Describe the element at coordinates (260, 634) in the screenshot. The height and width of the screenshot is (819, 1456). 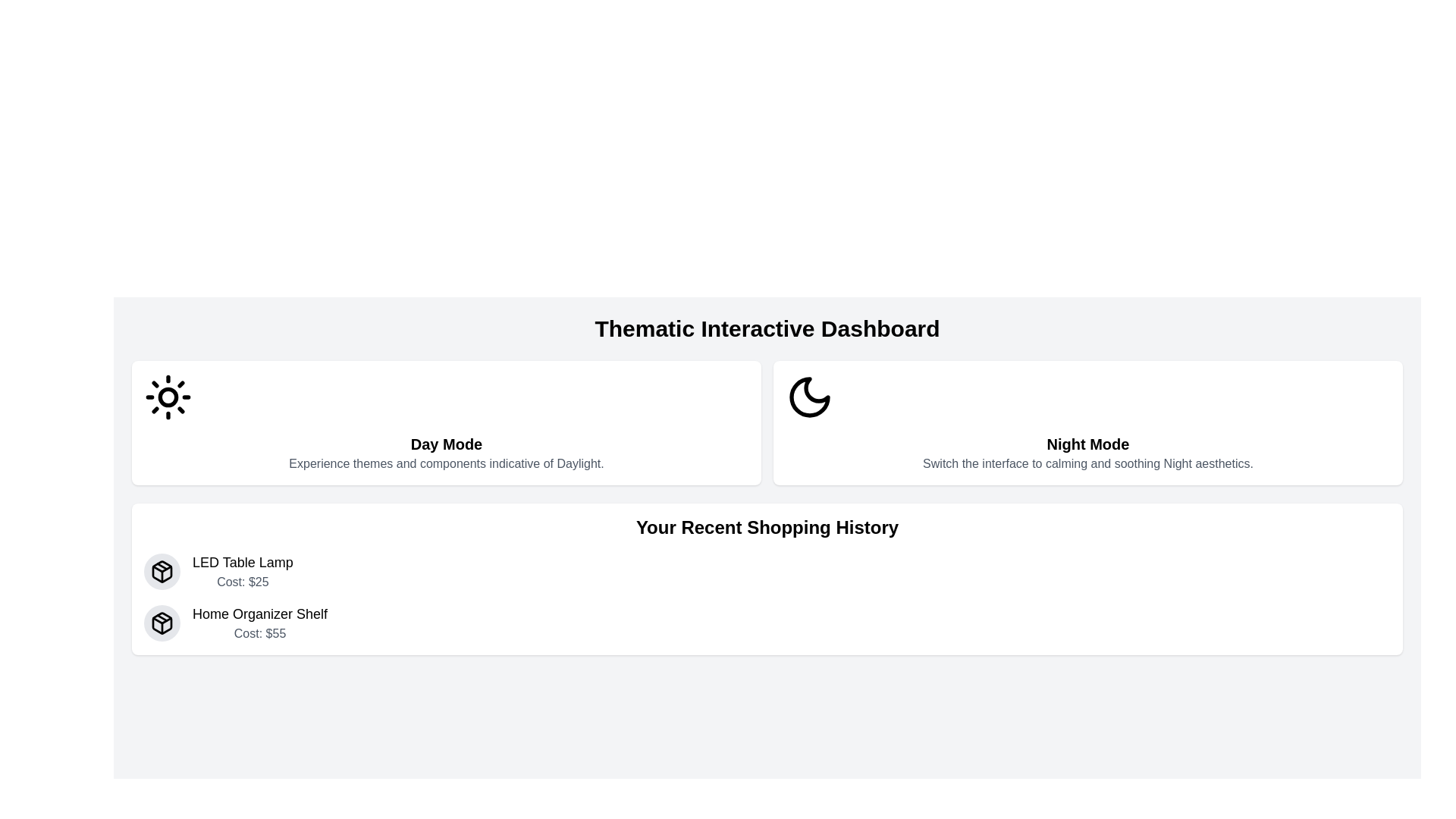
I see `the price text label for the product 'Home Organizer Shelf' located in the 'Your Recent Shopping History' section` at that location.